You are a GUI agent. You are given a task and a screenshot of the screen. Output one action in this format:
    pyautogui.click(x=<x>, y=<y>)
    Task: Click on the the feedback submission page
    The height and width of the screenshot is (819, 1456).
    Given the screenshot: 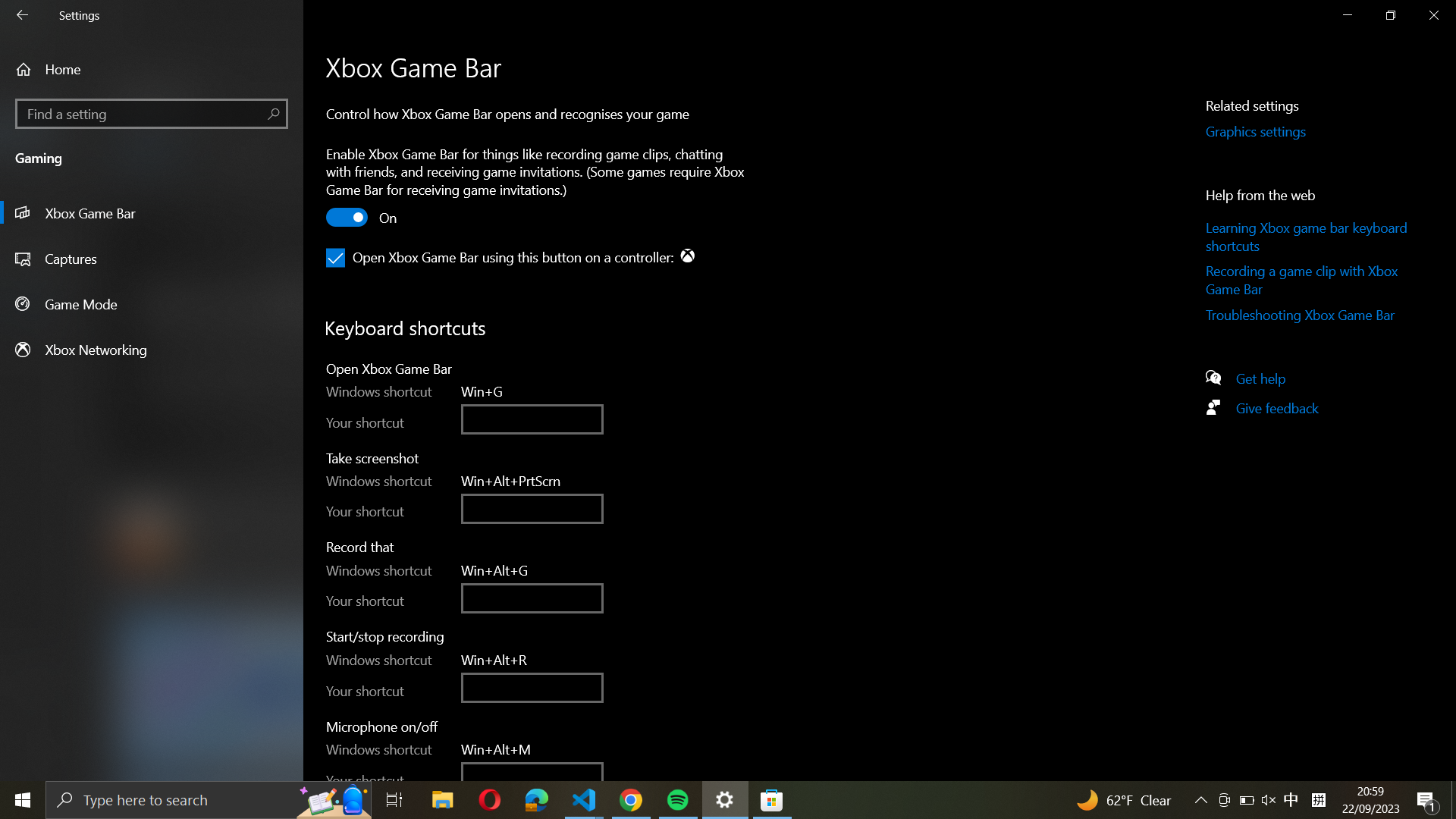 What is the action you would take?
    pyautogui.click(x=1268, y=411)
    